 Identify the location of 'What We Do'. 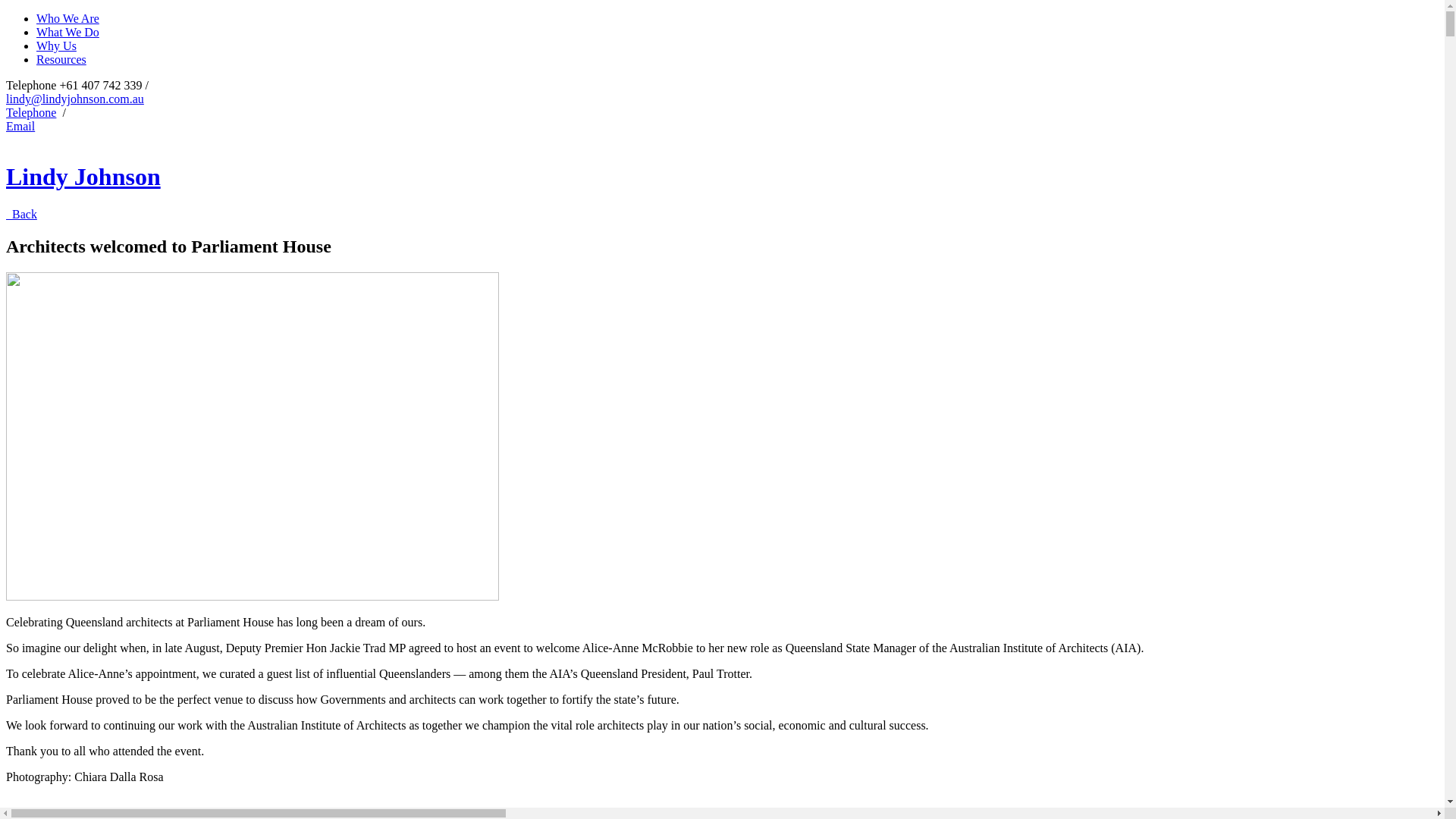
(67, 32).